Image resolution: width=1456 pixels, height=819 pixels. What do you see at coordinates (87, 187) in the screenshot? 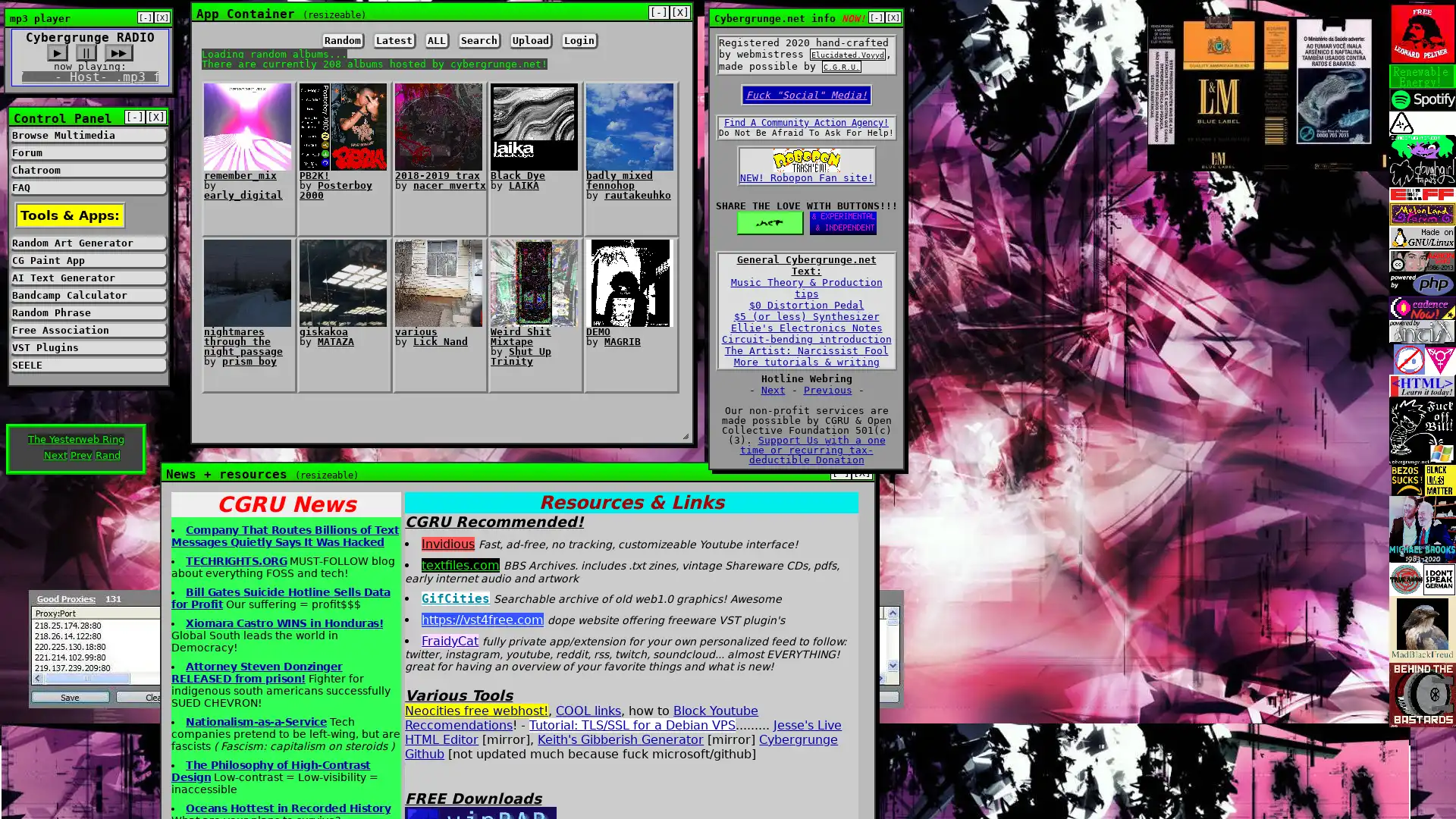
I see `FAQ` at bounding box center [87, 187].